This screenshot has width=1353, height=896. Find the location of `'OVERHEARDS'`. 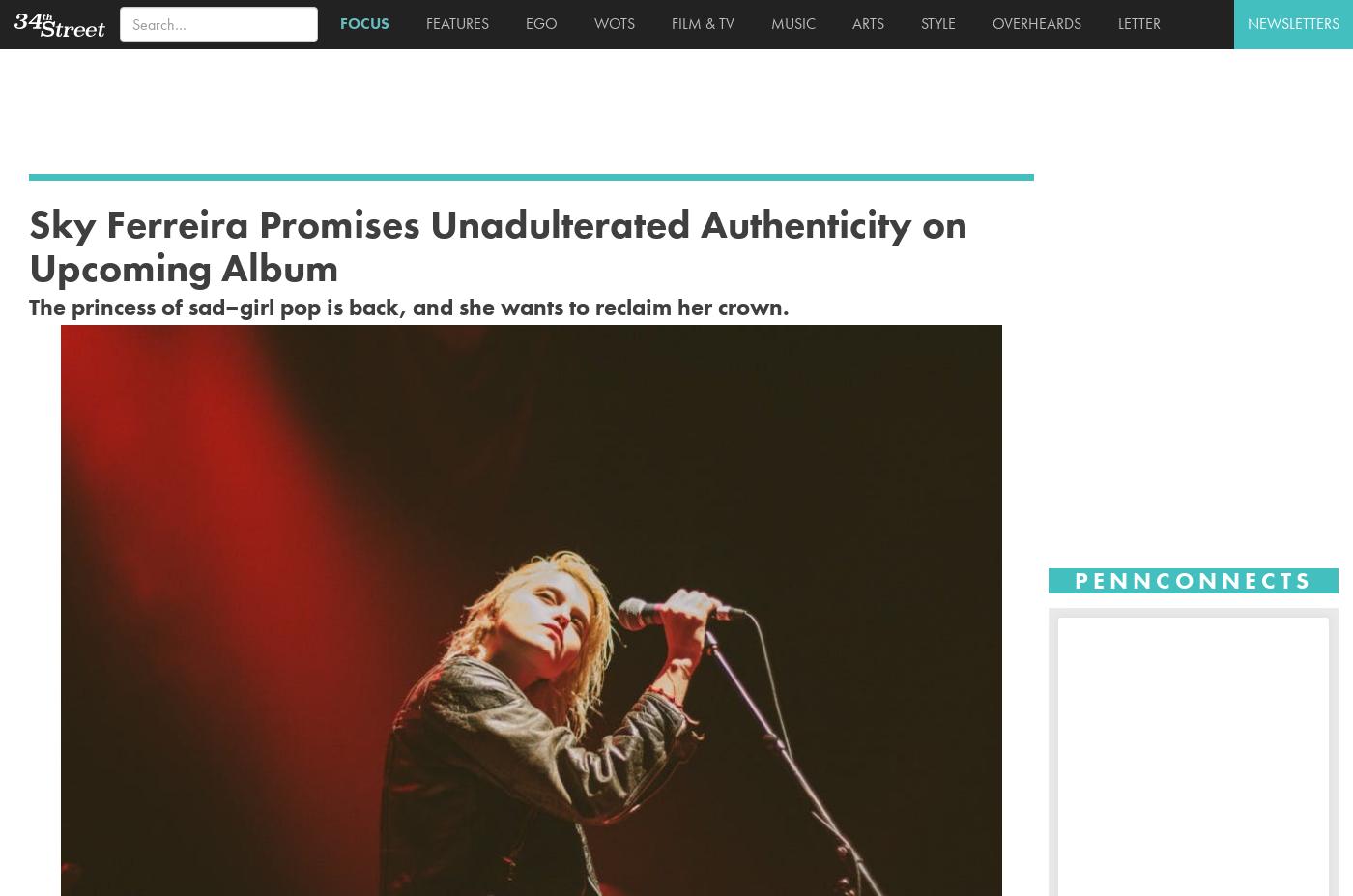

'OVERHEARDS' is located at coordinates (1033, 22).